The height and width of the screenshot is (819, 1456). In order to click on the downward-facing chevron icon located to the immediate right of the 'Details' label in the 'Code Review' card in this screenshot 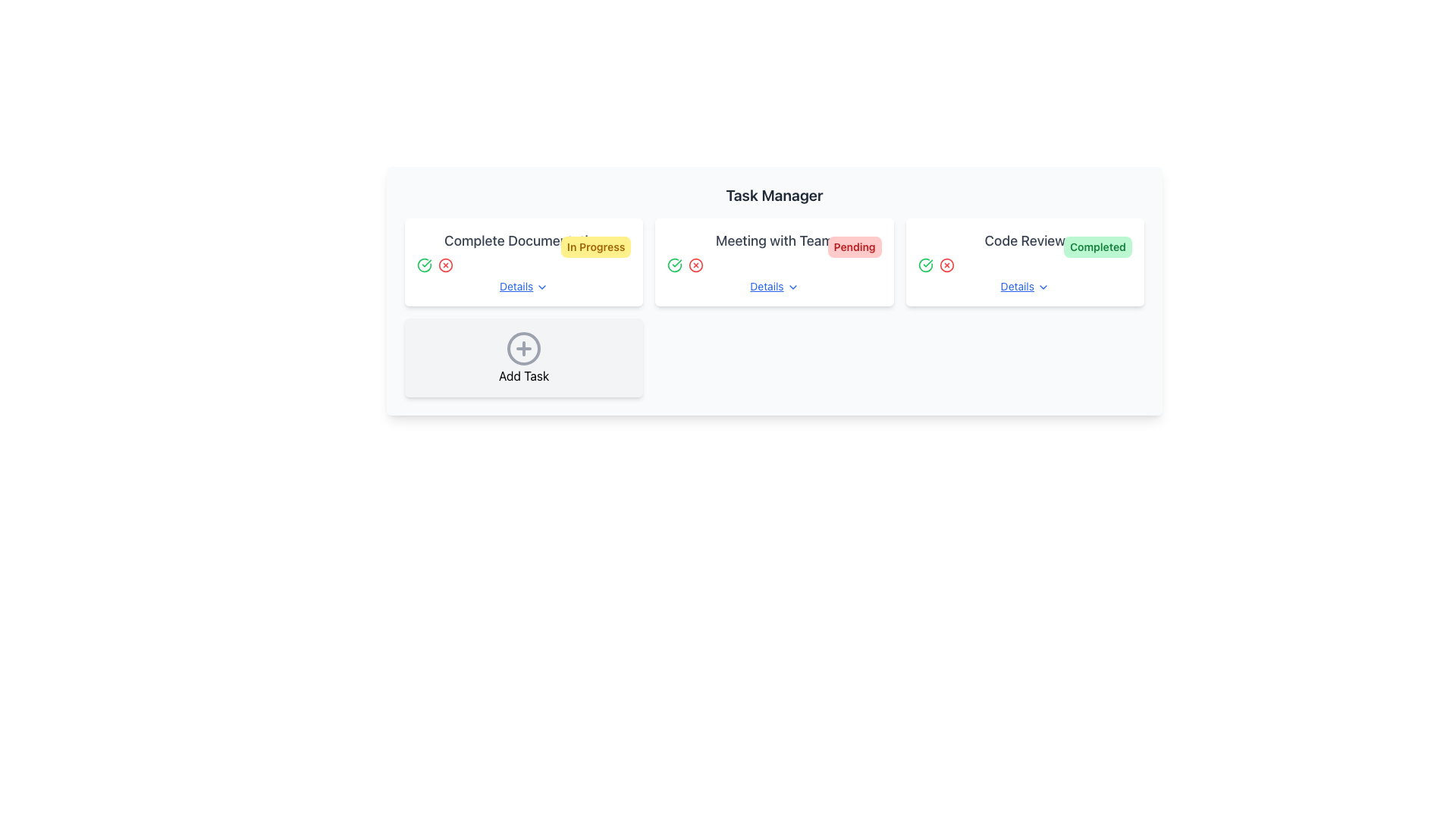, I will do `click(1042, 287)`.